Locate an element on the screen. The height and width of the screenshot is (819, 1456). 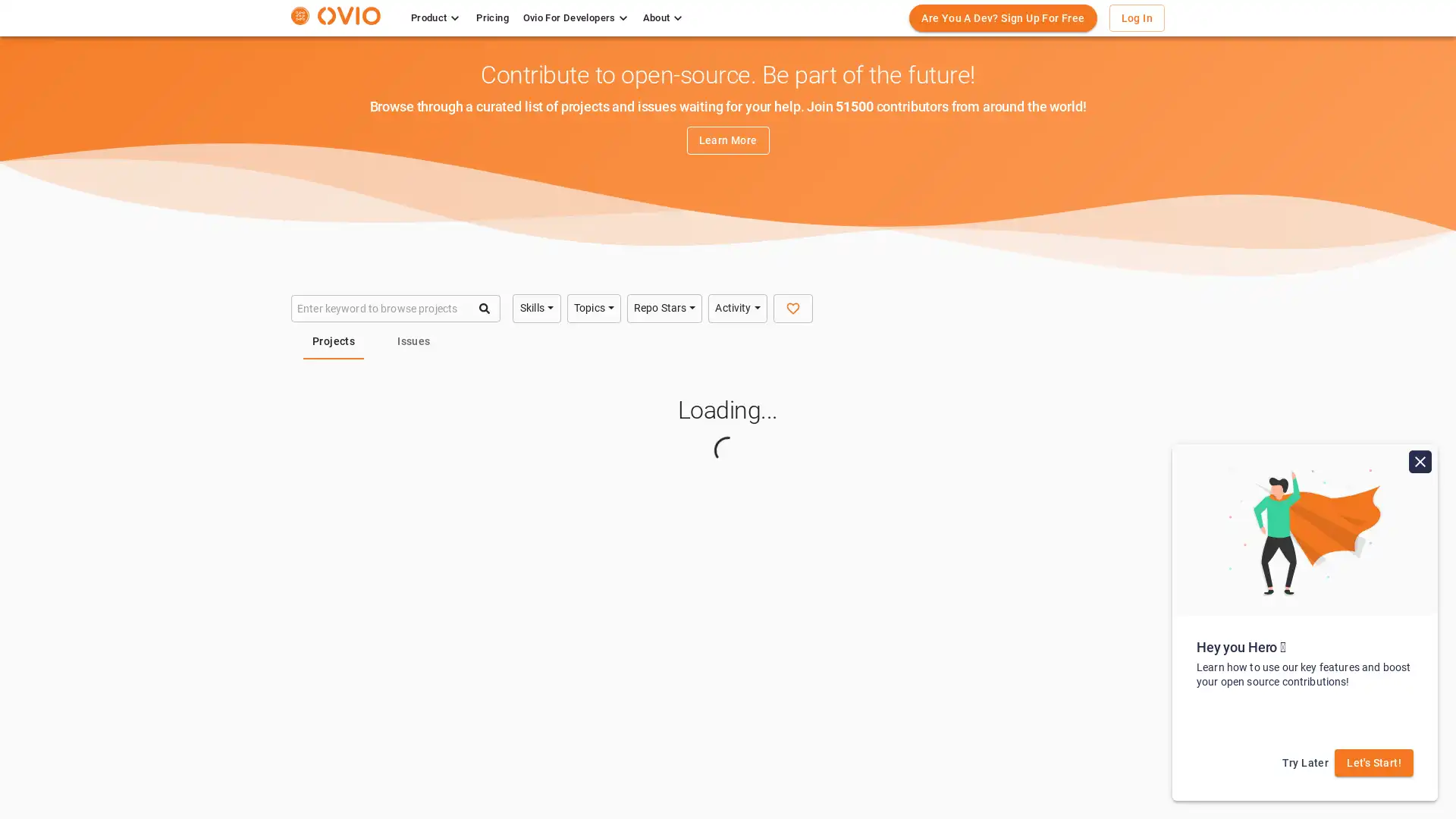
C, C++ is located at coordinates (848, 620).